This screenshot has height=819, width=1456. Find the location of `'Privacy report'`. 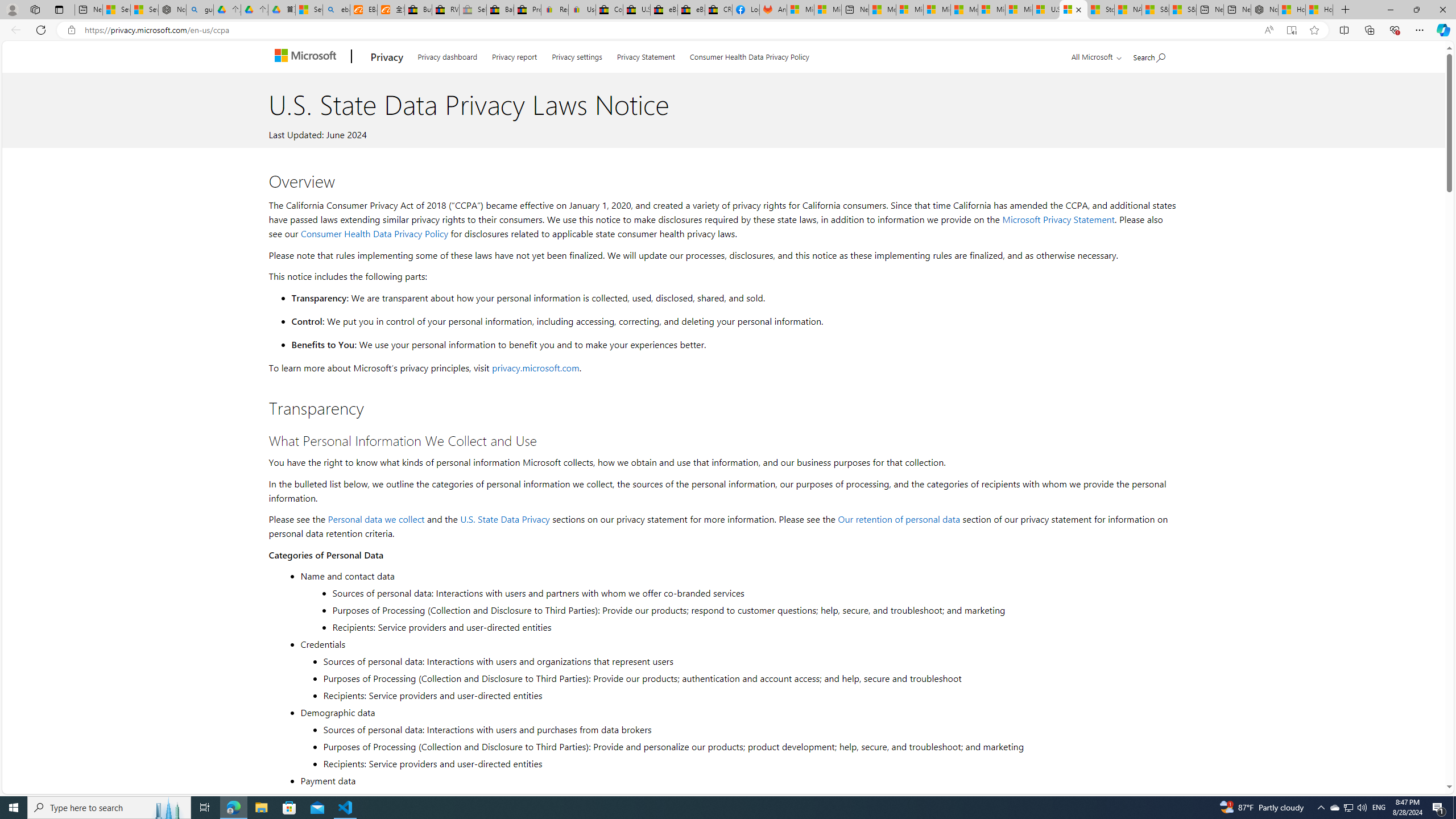

'Privacy report' is located at coordinates (514, 55).